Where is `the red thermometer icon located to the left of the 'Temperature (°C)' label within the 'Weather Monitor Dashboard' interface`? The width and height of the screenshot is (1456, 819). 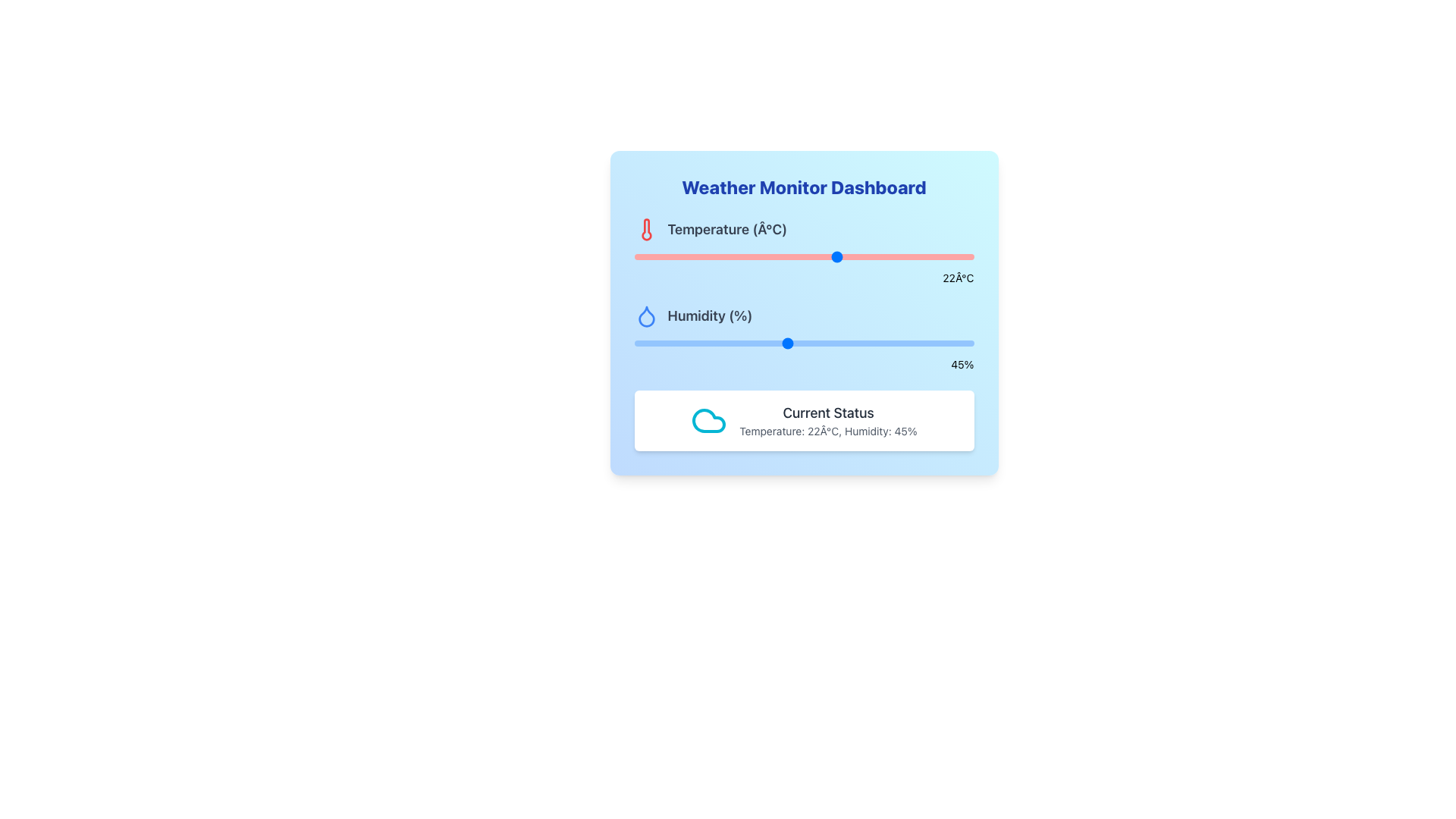
the red thermometer icon located to the left of the 'Temperature (°C)' label within the 'Weather Monitor Dashboard' interface is located at coordinates (646, 230).